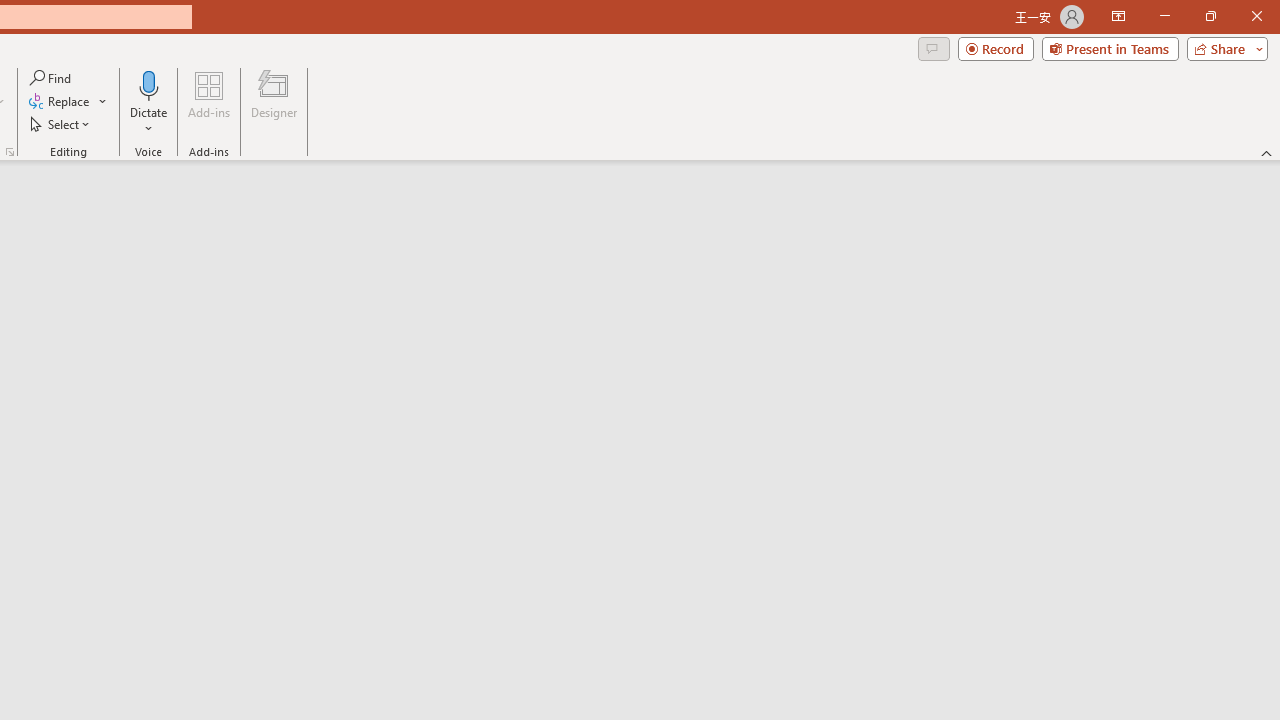  Describe the element at coordinates (1209, 16) in the screenshot. I see `'Restore Down'` at that location.